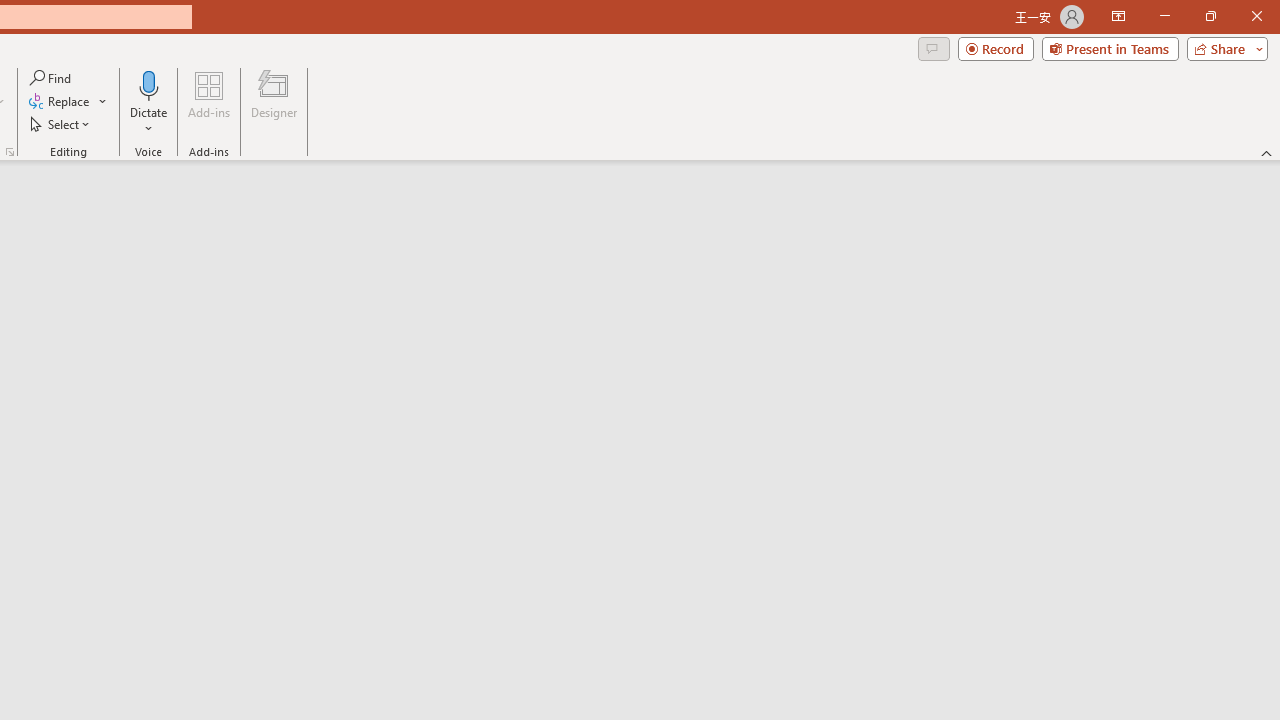  Describe the element at coordinates (1209, 16) in the screenshot. I see `'Restore Down'` at that location.